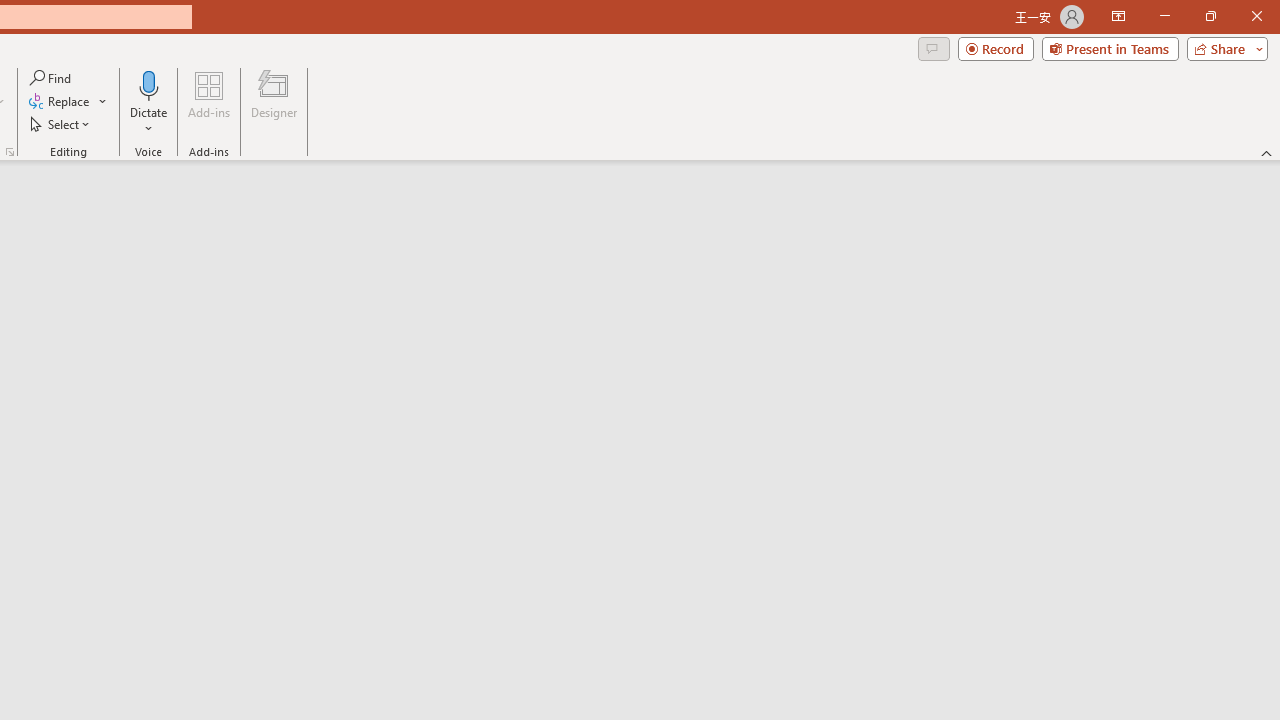  Describe the element at coordinates (1209, 16) in the screenshot. I see `'Restore Down'` at that location.